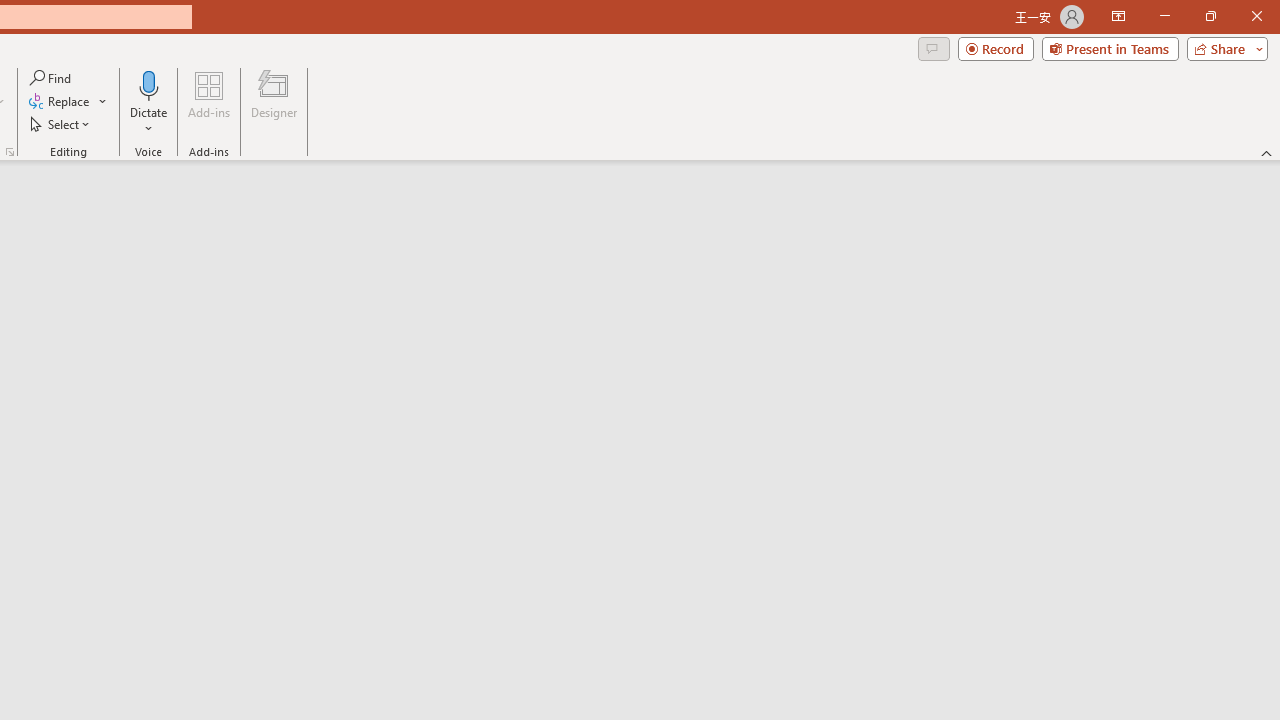  Describe the element at coordinates (1209, 16) in the screenshot. I see `'Restore Down'` at that location.